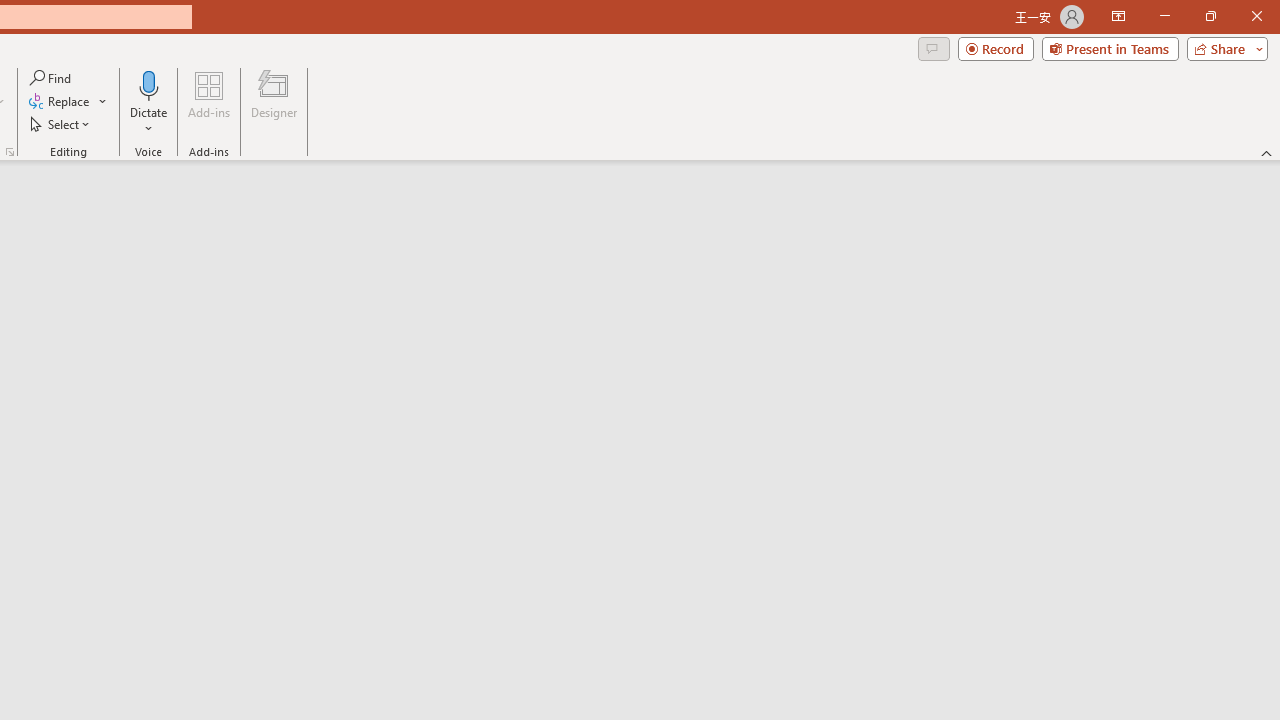  Describe the element at coordinates (1209, 16) in the screenshot. I see `'Restore Down'` at that location.